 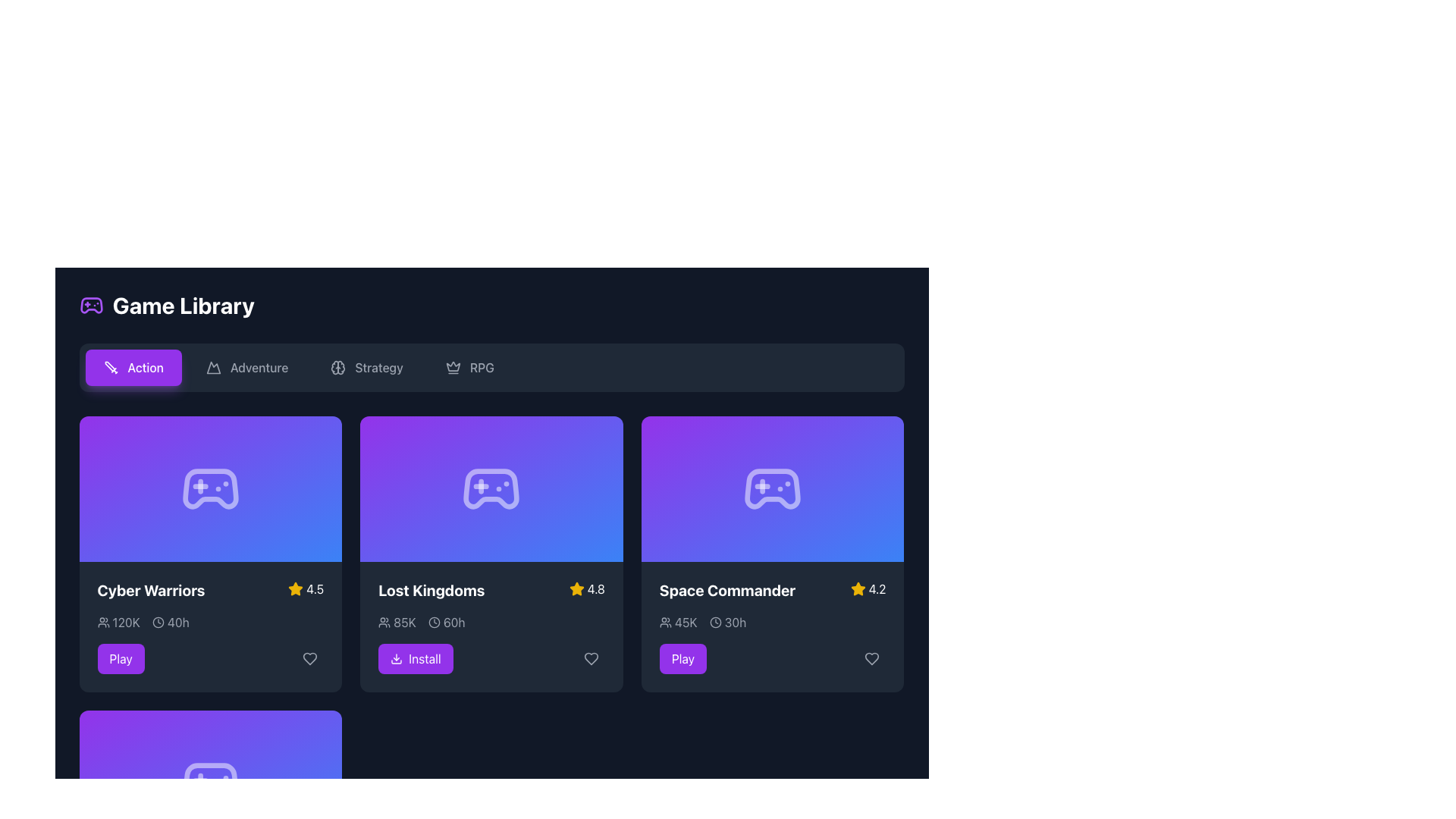 What do you see at coordinates (314, 588) in the screenshot?
I see `value of the text label displaying '4.5', which is styled in white color and positioned beside a yellow star icon, located near the top right corner of the card for 'Cyber Warriors'` at bounding box center [314, 588].